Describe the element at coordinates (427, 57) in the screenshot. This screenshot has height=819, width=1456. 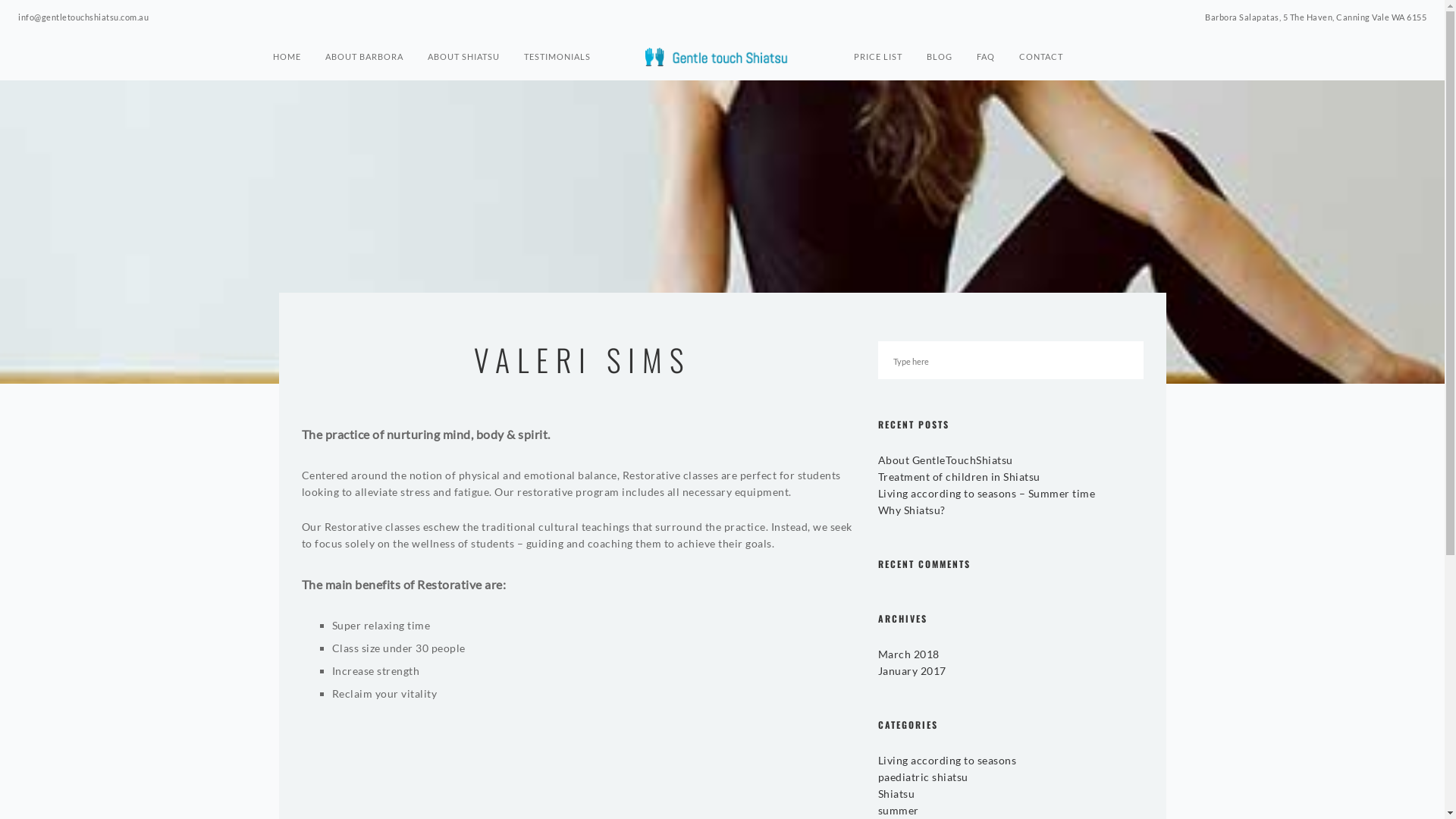
I see `'ABOUT SHIATSU'` at that location.